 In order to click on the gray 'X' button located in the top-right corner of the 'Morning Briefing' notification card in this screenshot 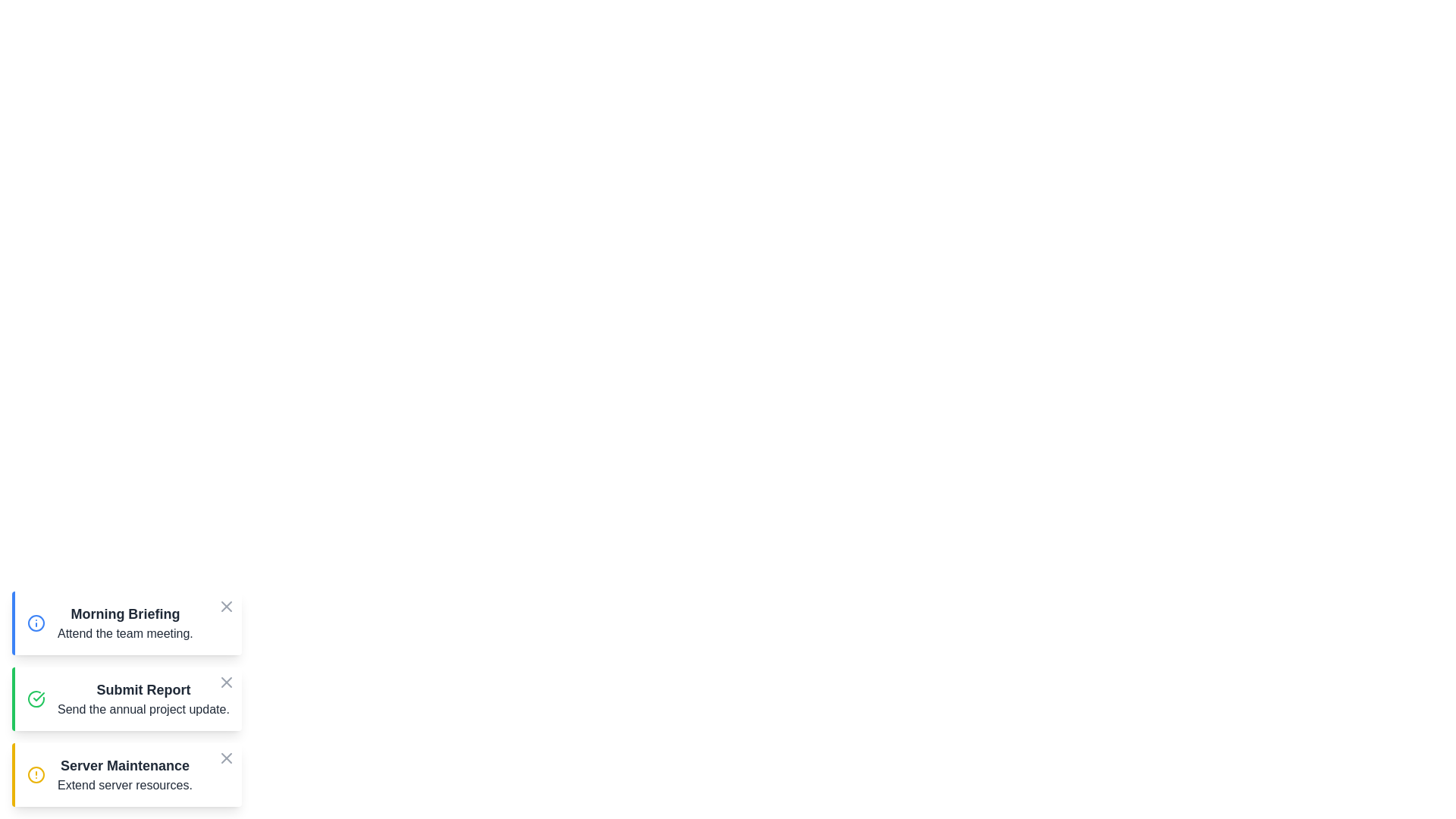, I will do `click(225, 605)`.